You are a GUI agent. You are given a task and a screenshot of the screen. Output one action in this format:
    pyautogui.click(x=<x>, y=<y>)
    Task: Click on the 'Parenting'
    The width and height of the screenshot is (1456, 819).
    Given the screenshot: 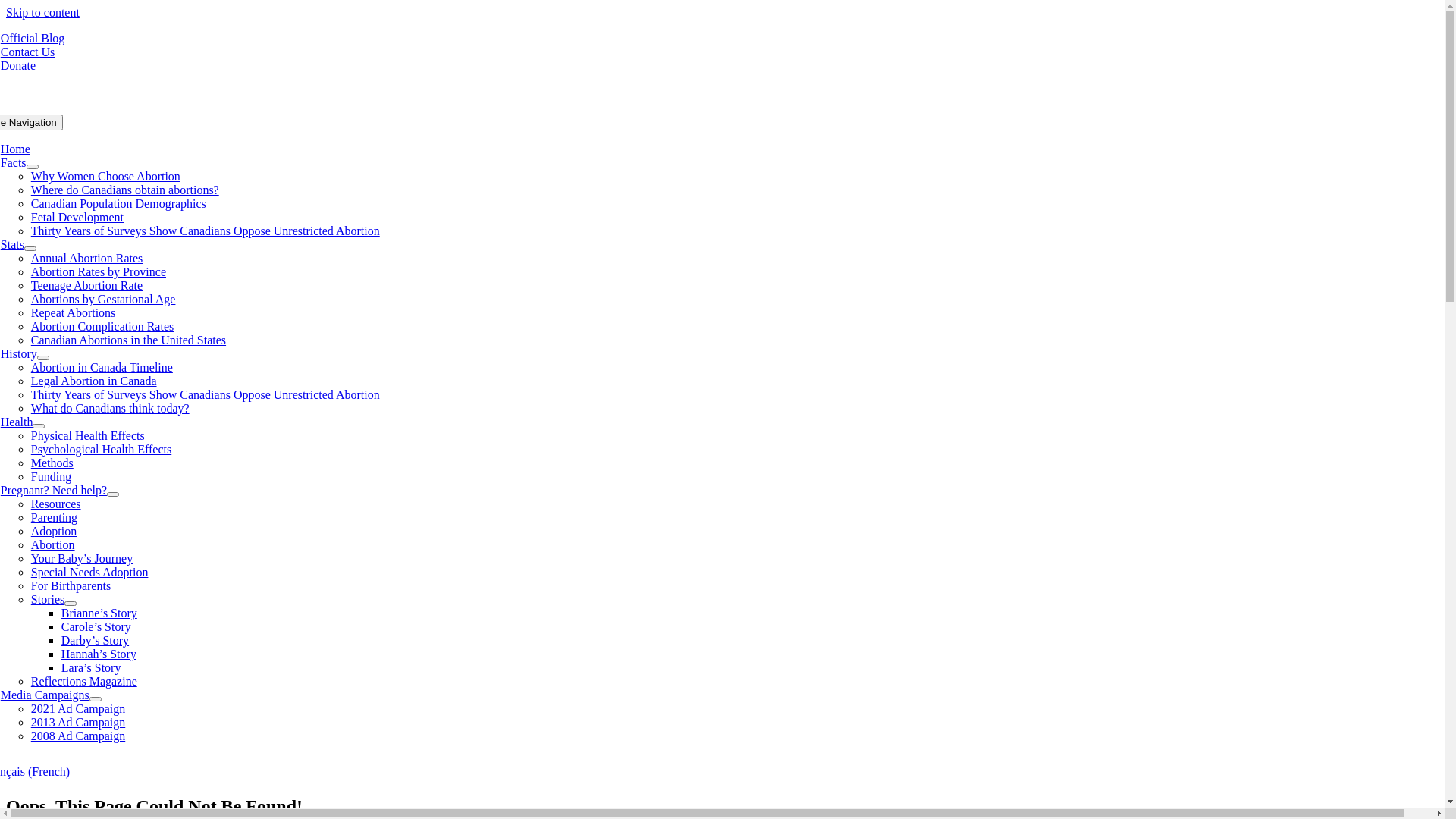 What is the action you would take?
    pyautogui.click(x=54, y=516)
    